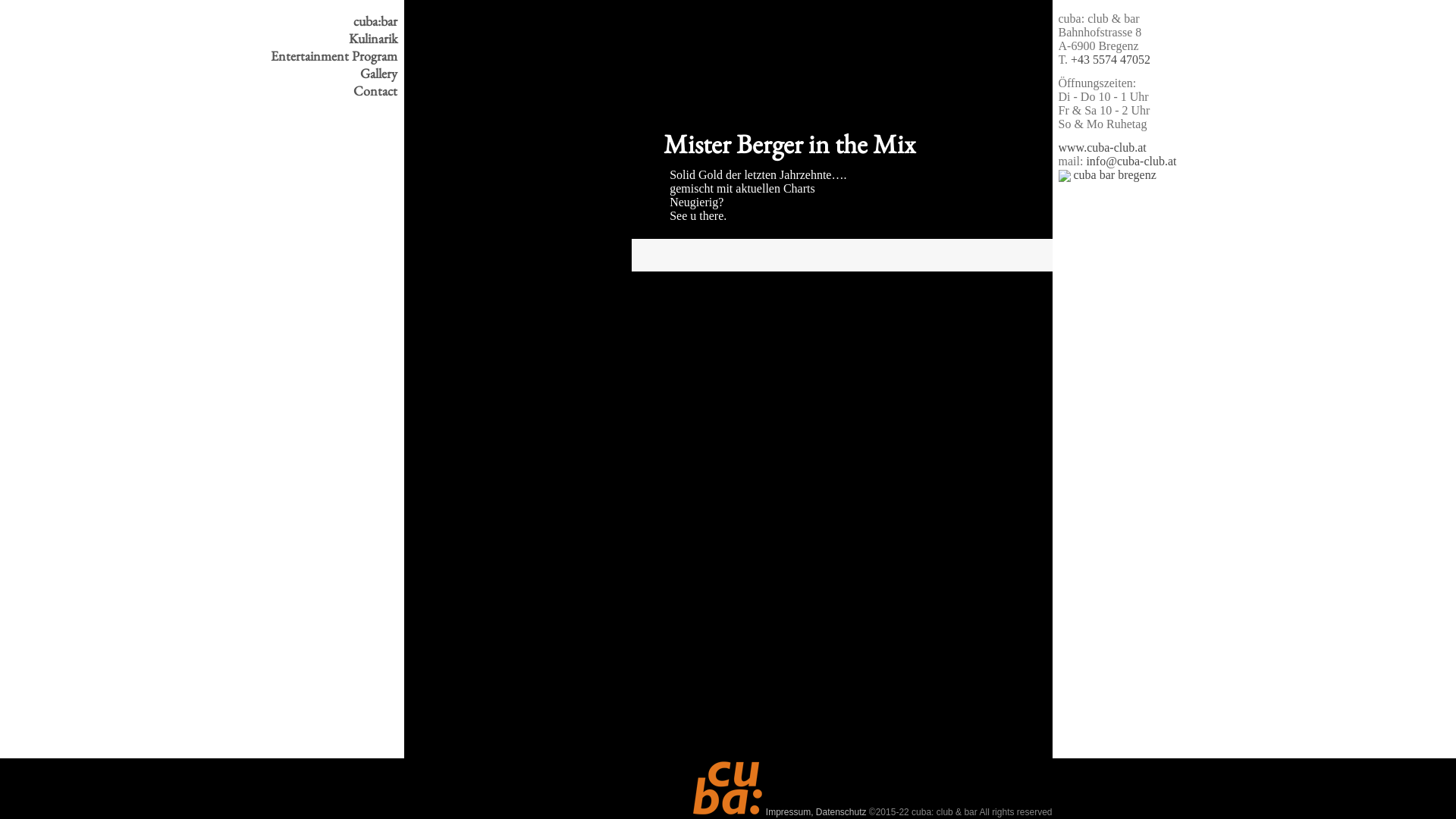 This screenshot has width=1456, height=819. Describe the element at coordinates (336, 73) in the screenshot. I see `'Gallery'` at that location.